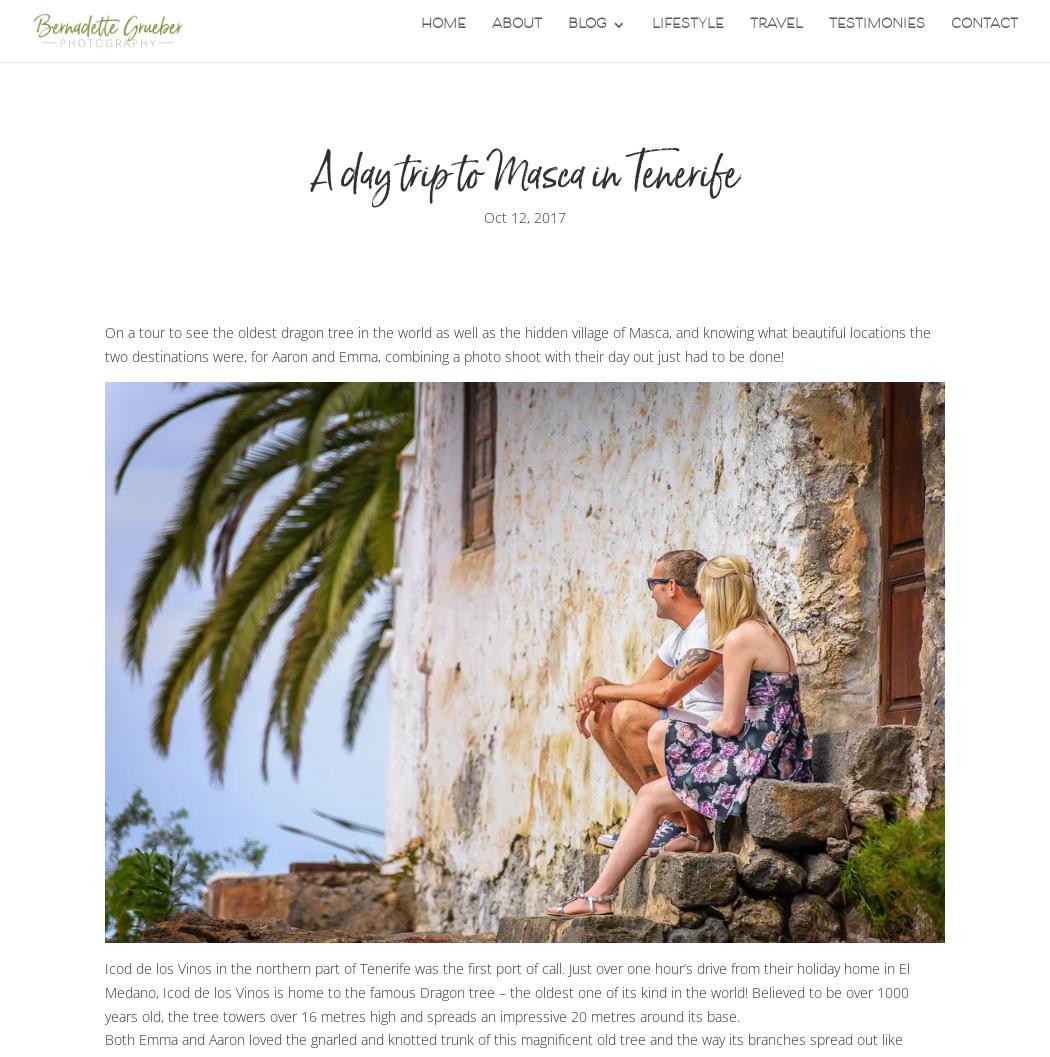 This screenshot has height=1057, width=1050. I want to click on 'On a tour to see the oldest dragon tree in the world as well as the hidden village of Masca, and knowing what beautiful locations the two destinations were, for Aaron and Emma, combining a photo shoot with their day out just had to be done!', so click(516, 343).